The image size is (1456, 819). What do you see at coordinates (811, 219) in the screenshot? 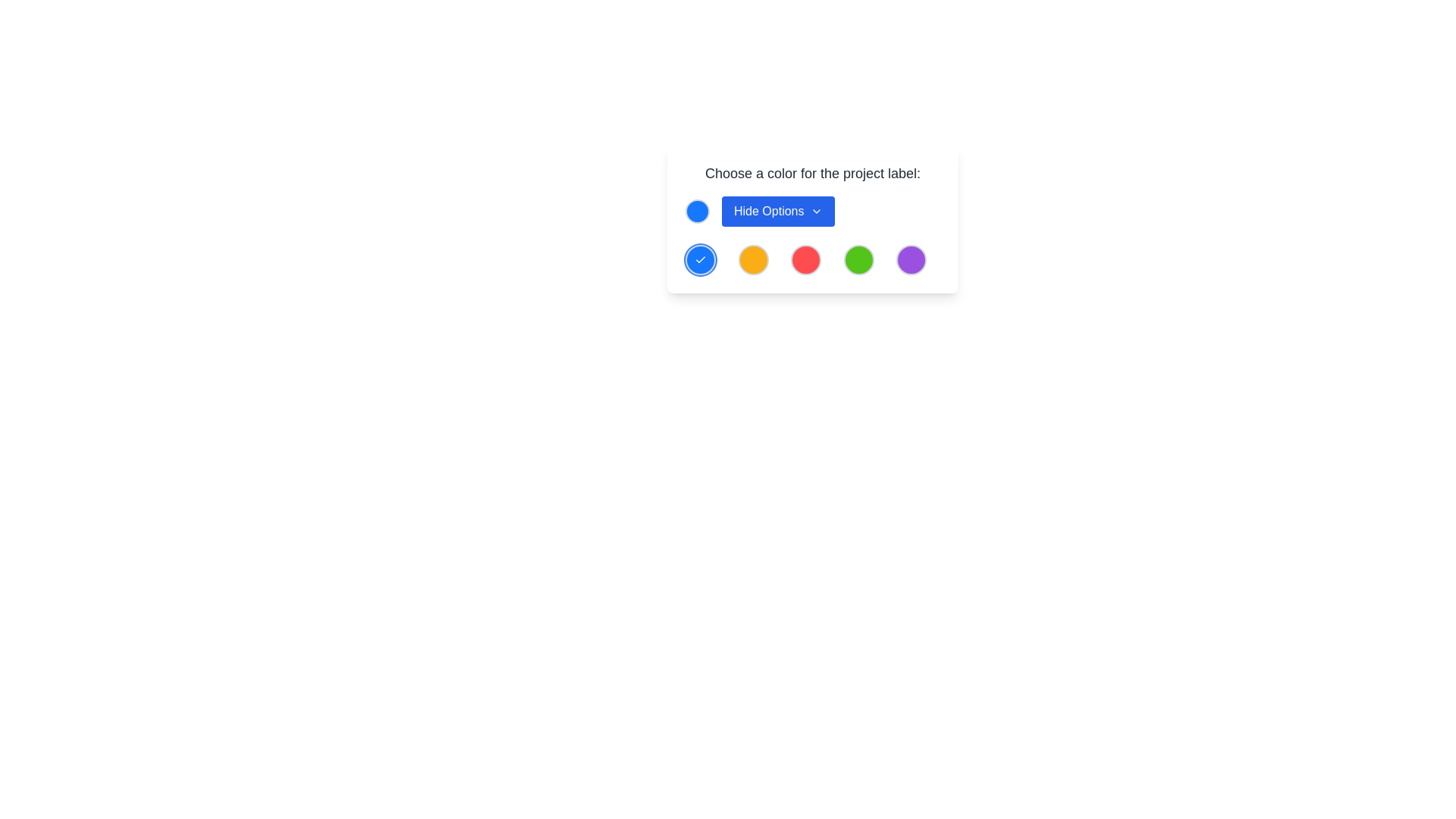
I see `the 'Hide Options' dropdown button in the color selection modal` at bounding box center [811, 219].